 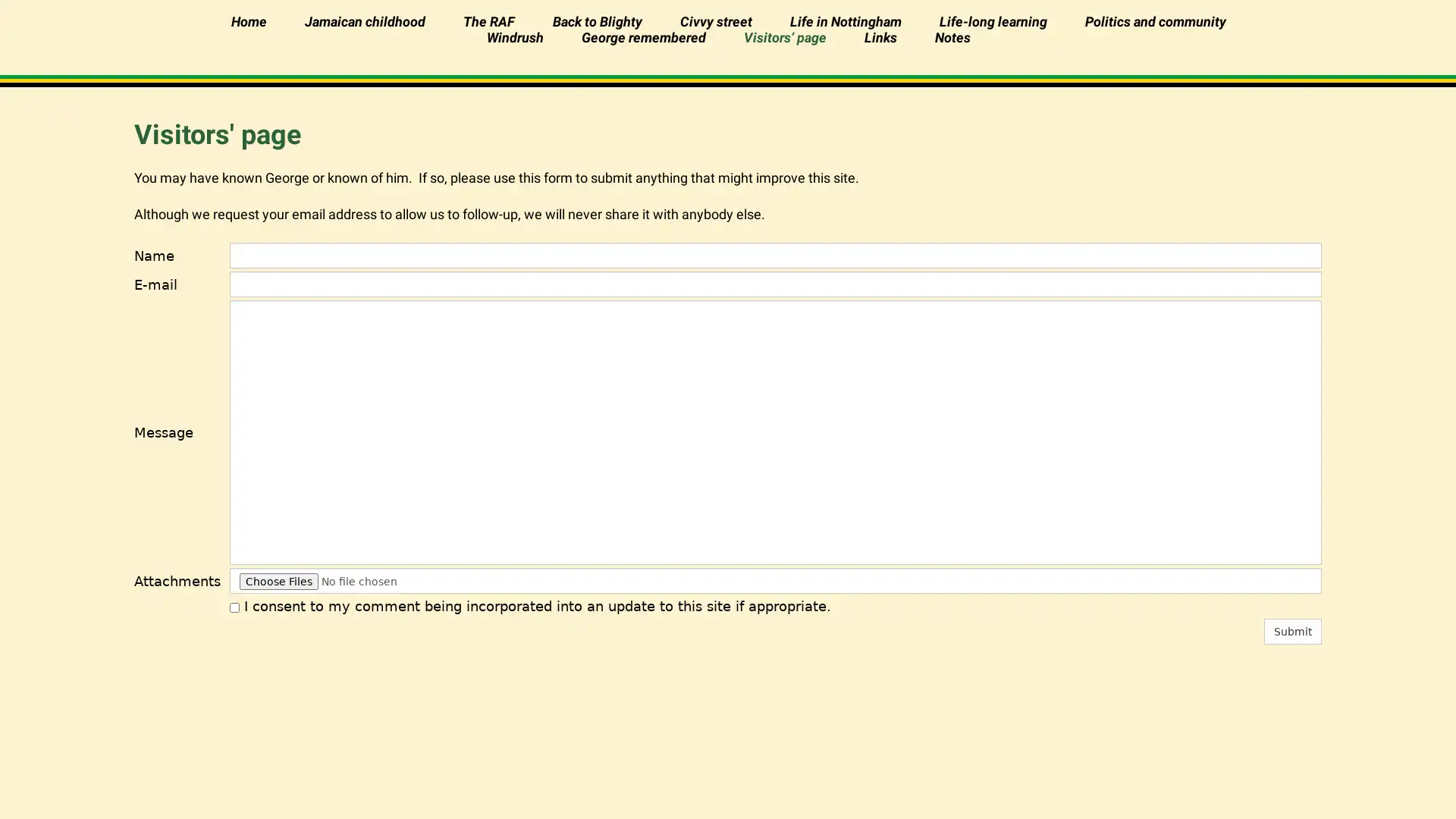 What do you see at coordinates (278, 581) in the screenshot?
I see `Choose Files` at bounding box center [278, 581].